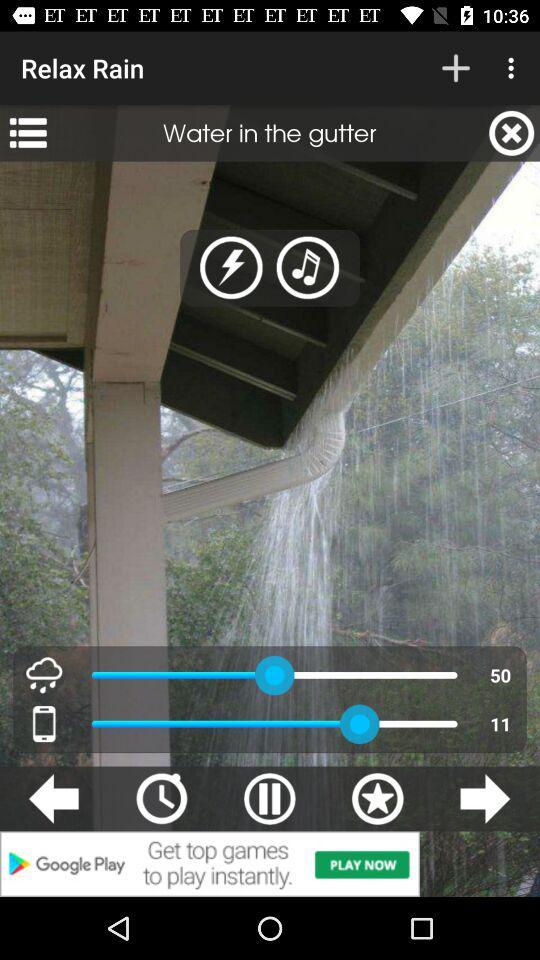  What do you see at coordinates (511, 132) in the screenshot?
I see `the close icon` at bounding box center [511, 132].